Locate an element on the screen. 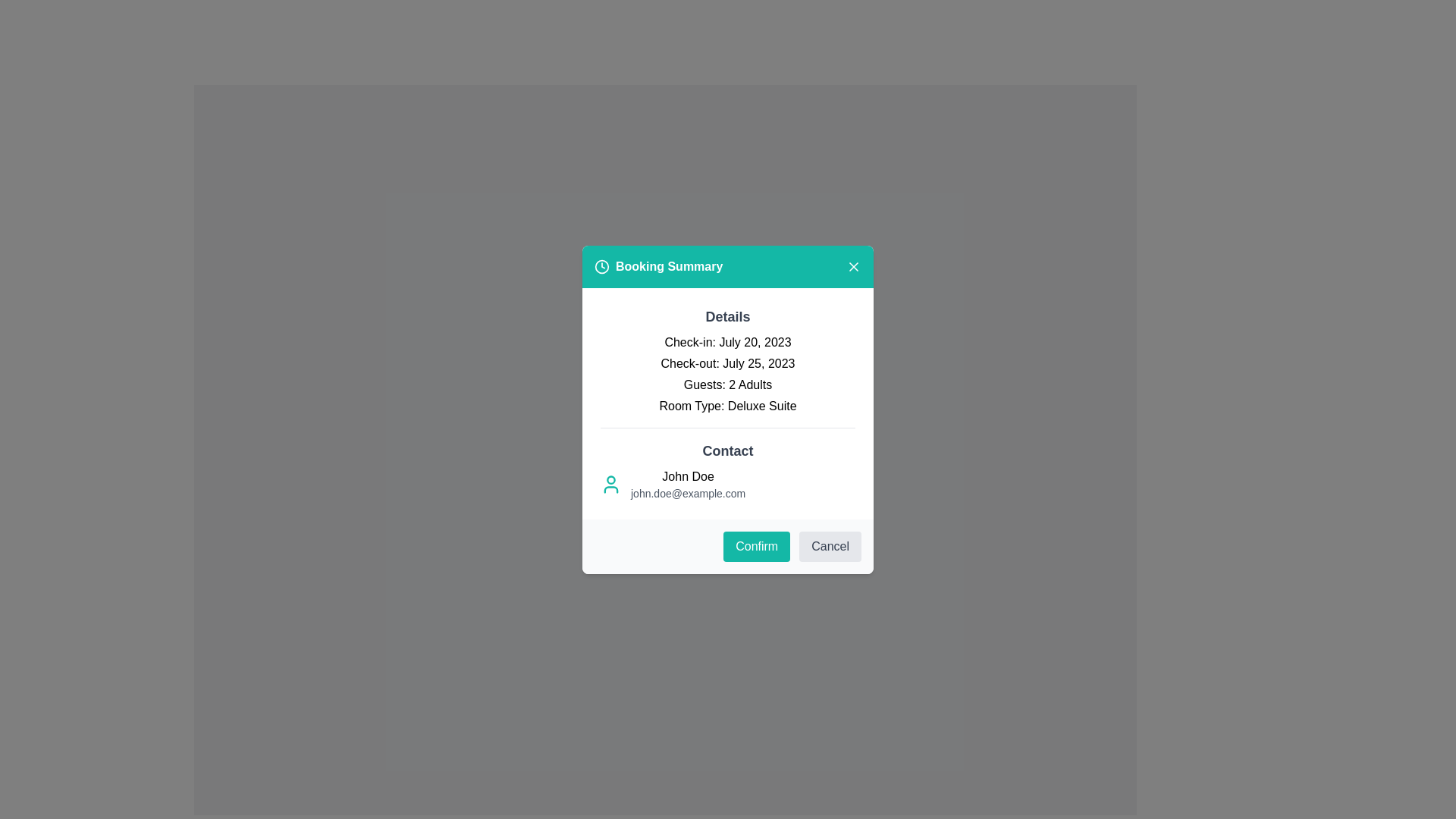 This screenshot has width=1456, height=819. the user profile icon with a teal outline located at the far left side of the contact section, preceding the user name 'John Doe' and email address 'john.doe@example.com' is located at coordinates (611, 484).